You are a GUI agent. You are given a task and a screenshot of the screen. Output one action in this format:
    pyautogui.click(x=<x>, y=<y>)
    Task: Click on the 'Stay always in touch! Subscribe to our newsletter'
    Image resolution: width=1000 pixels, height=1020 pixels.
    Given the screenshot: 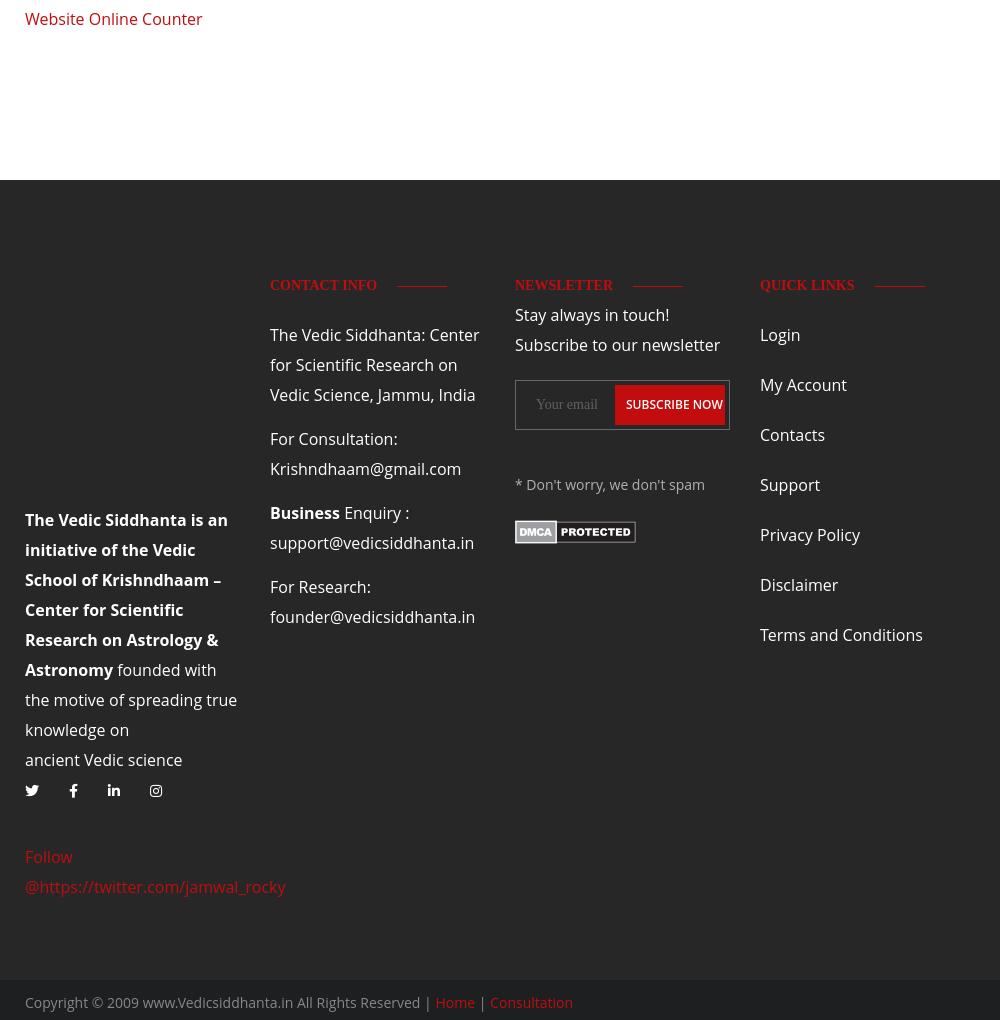 What is the action you would take?
    pyautogui.click(x=616, y=328)
    